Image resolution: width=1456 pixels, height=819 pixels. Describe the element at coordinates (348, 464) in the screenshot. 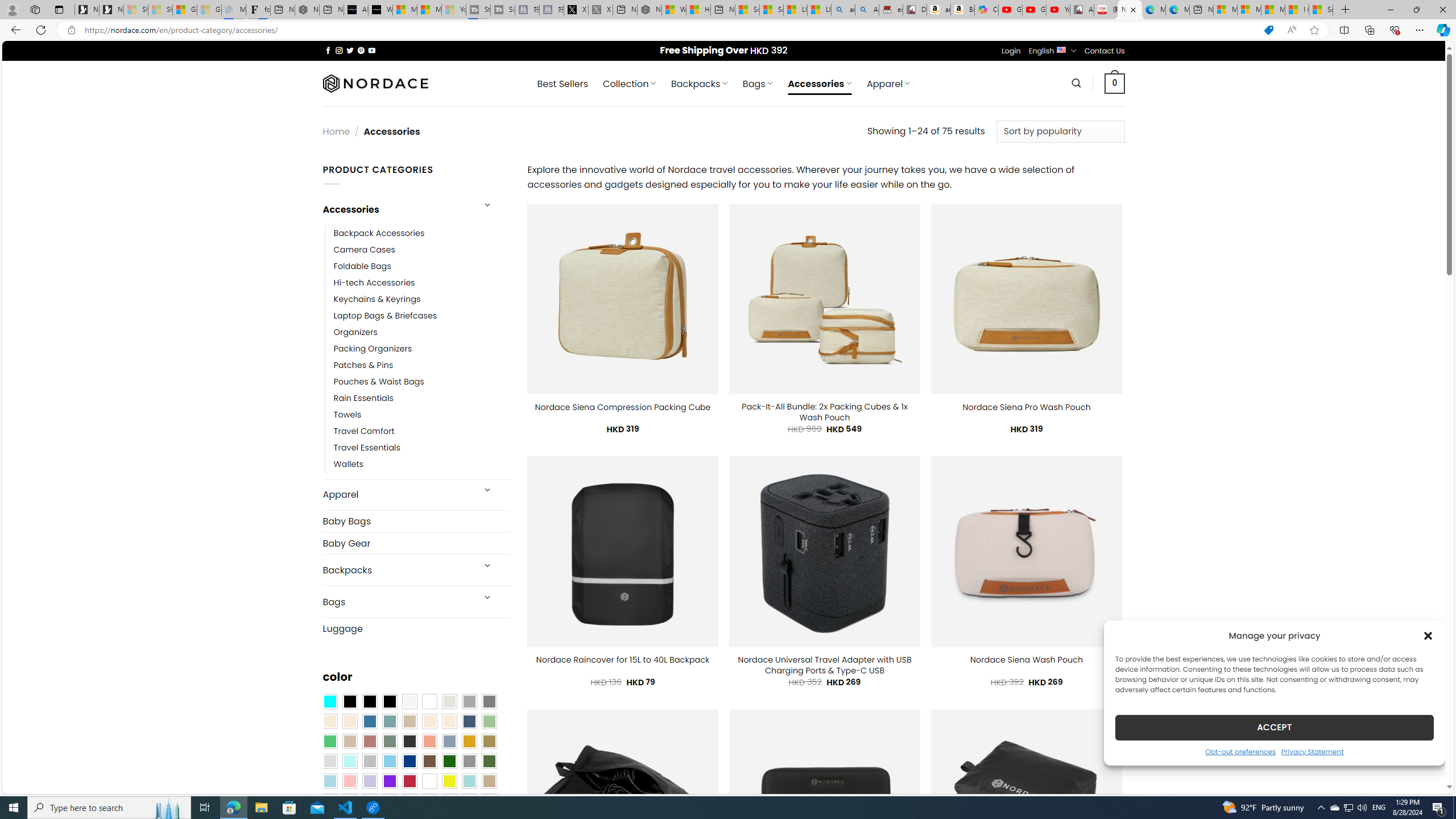

I see `'Wallets'` at that location.